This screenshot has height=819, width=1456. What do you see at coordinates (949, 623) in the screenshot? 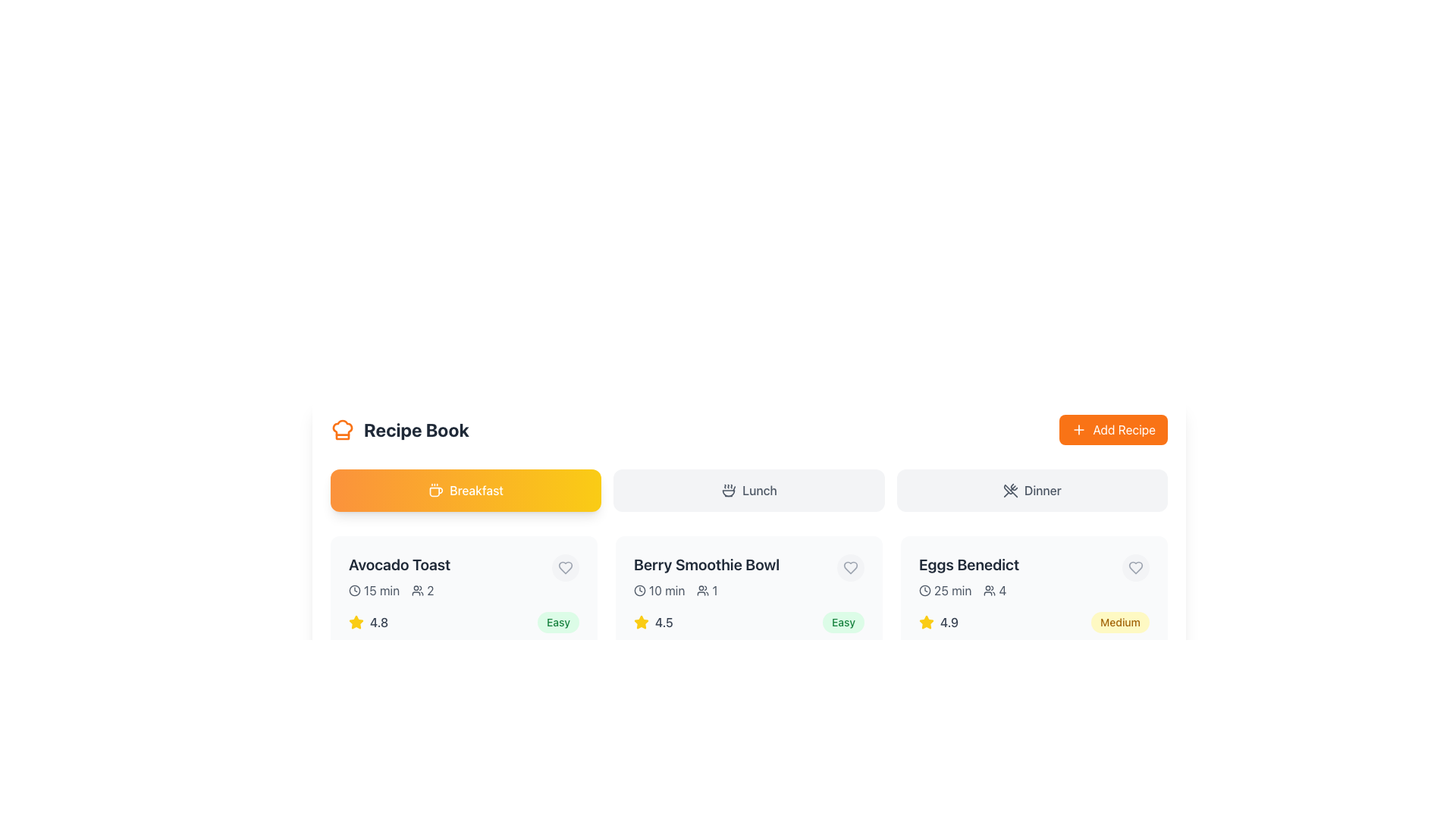
I see `the text label displaying the rating value '4.9' in a medium-sized, gray-colored font, located next to the star icon in the rating section below the 'Eggs Benedict' card` at bounding box center [949, 623].